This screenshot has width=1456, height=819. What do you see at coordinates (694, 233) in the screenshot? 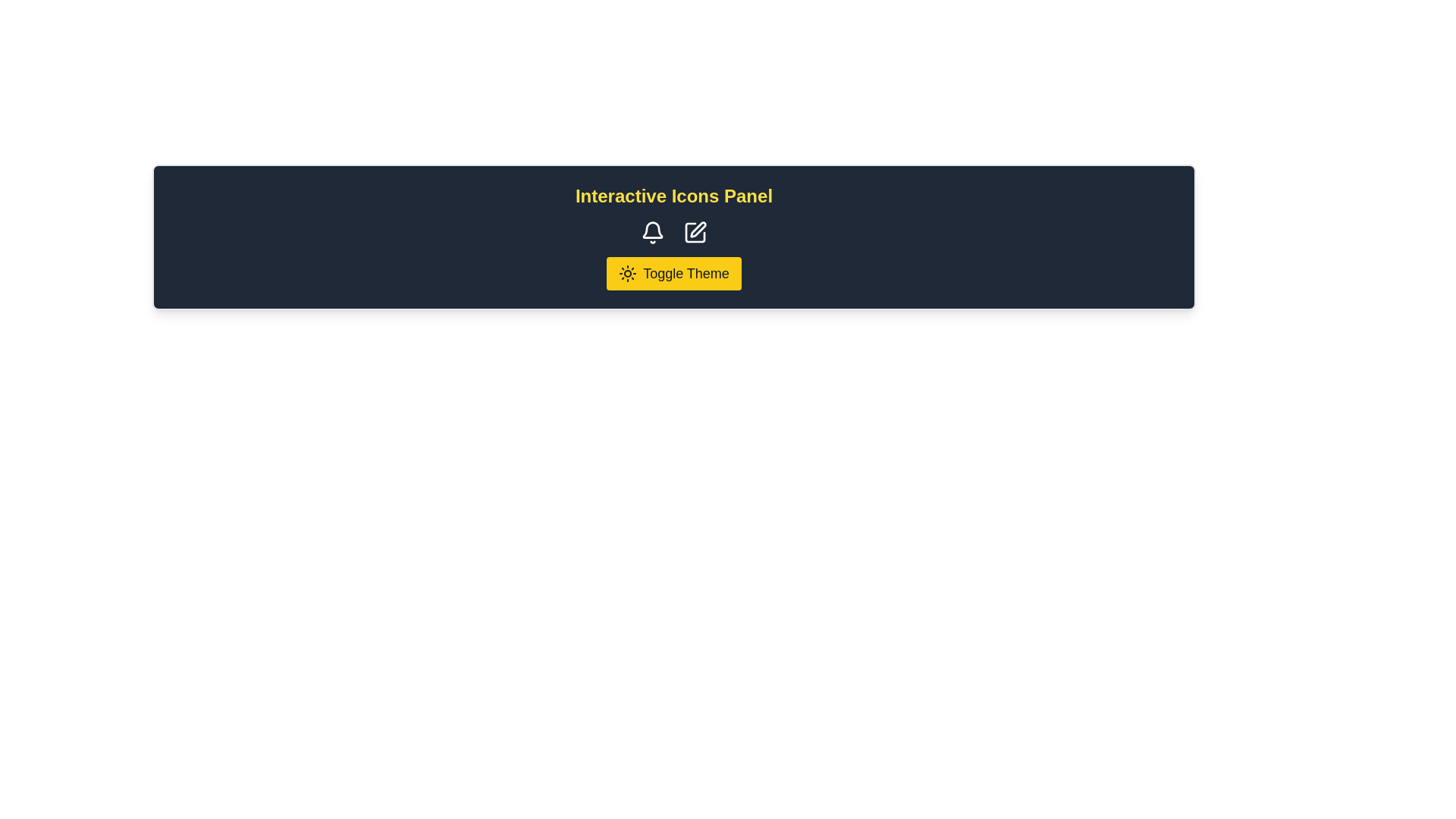
I see `the editing or settings icon located to the right of the bell icon in the header section of the application` at bounding box center [694, 233].